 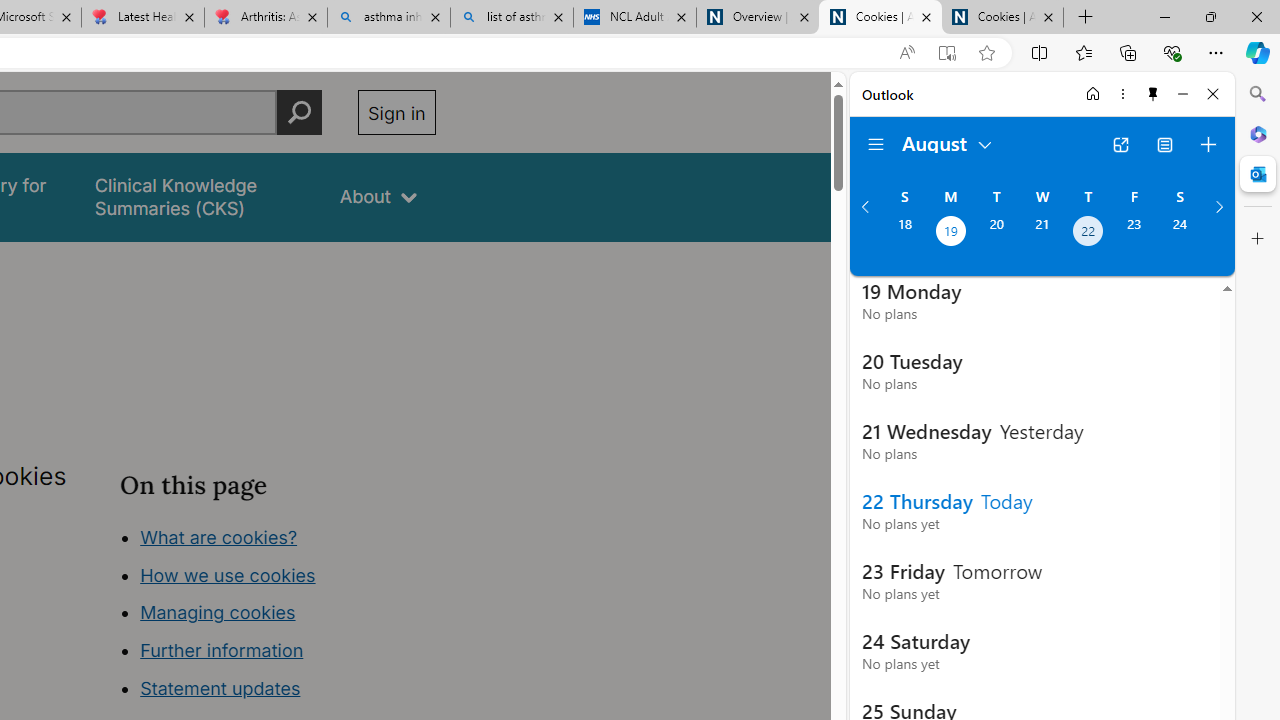 I want to click on 'Thursday, August 22, 2024. Today. ', so click(x=1087, y=232).